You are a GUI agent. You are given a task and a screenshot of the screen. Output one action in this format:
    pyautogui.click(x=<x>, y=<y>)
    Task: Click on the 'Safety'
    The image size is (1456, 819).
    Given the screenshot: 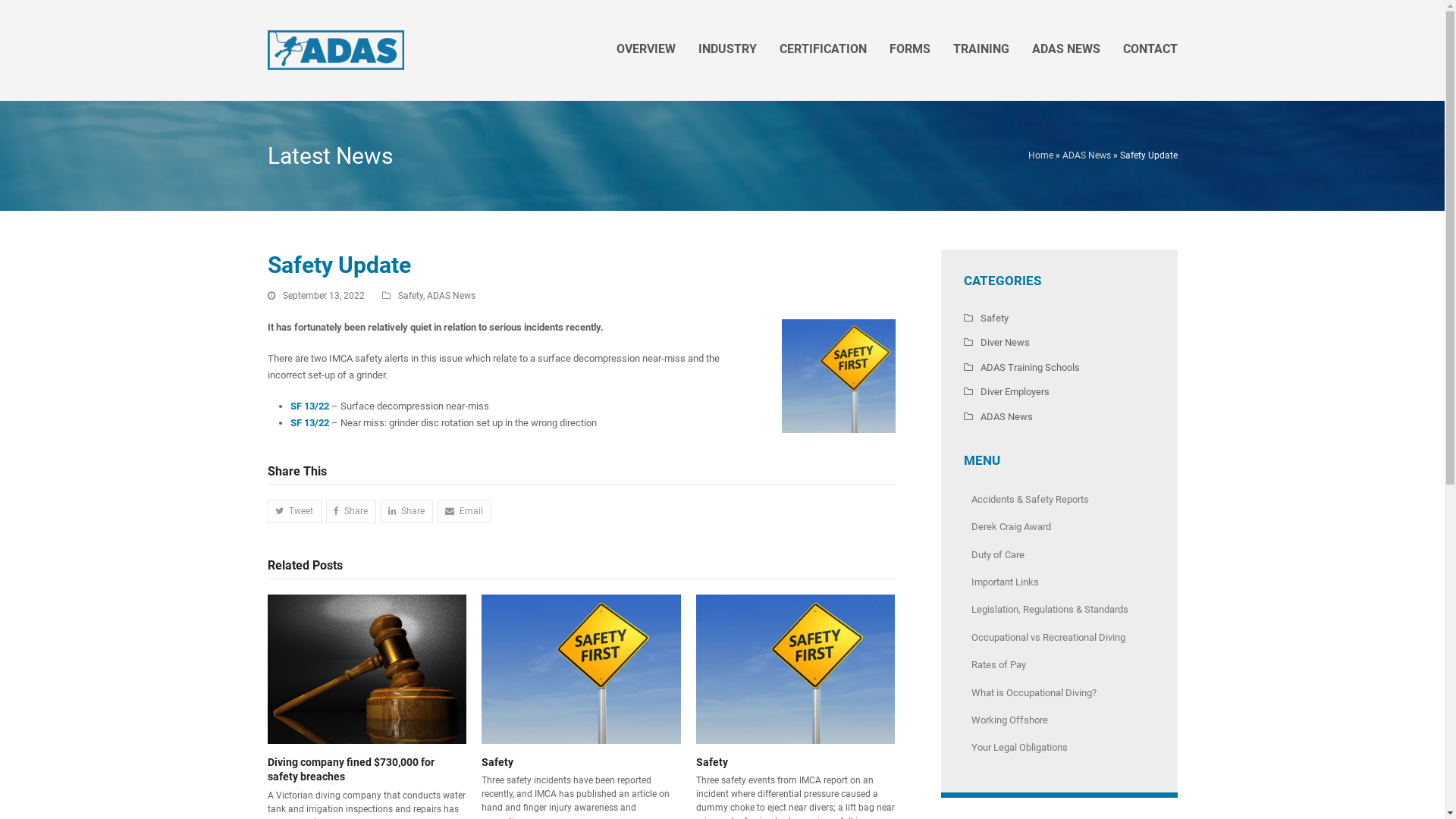 What is the action you would take?
    pyautogui.click(x=985, y=317)
    